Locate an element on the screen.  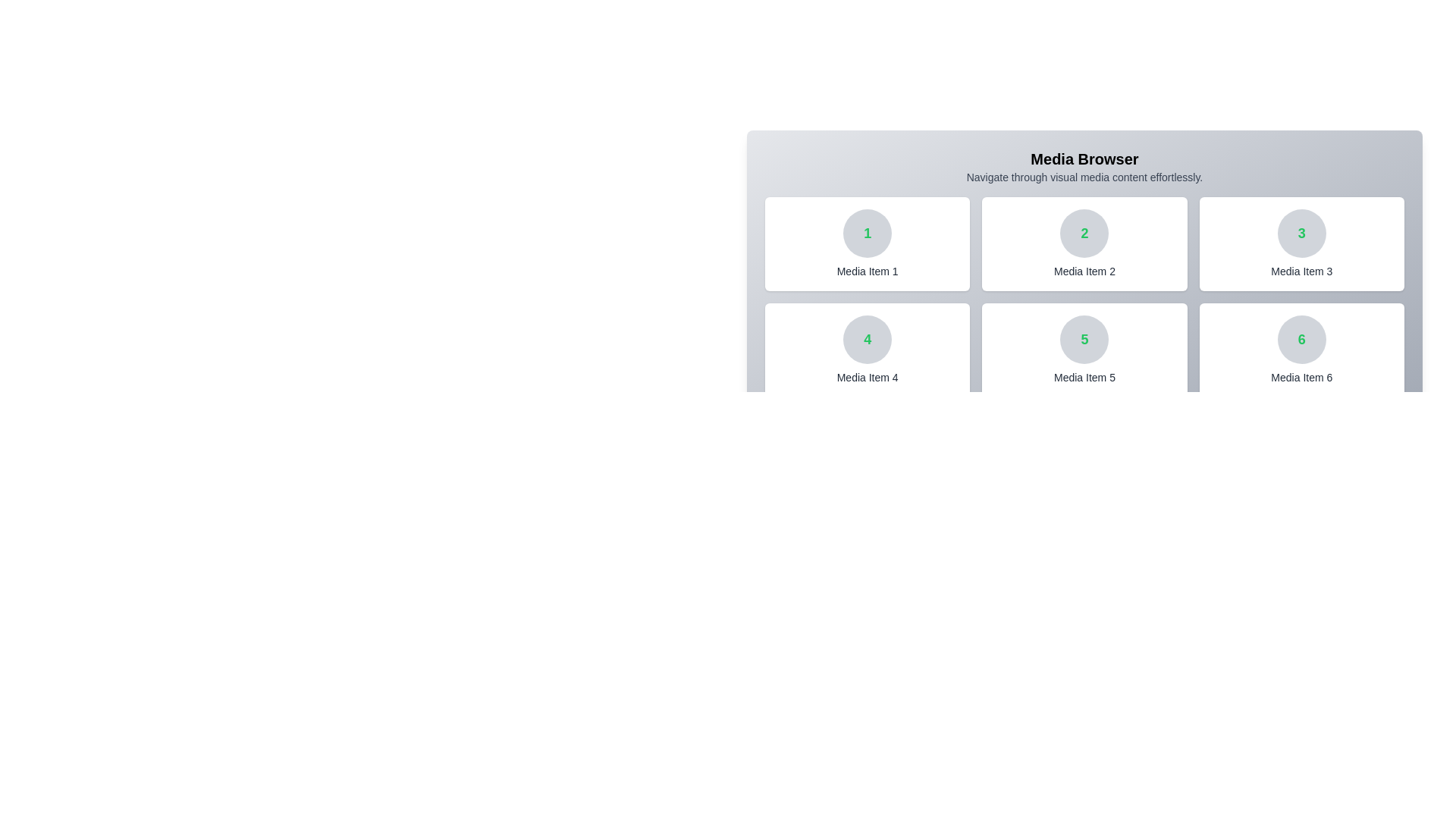
the media item card number 6 located in the second row and third column of the grid is located at coordinates (1301, 350).